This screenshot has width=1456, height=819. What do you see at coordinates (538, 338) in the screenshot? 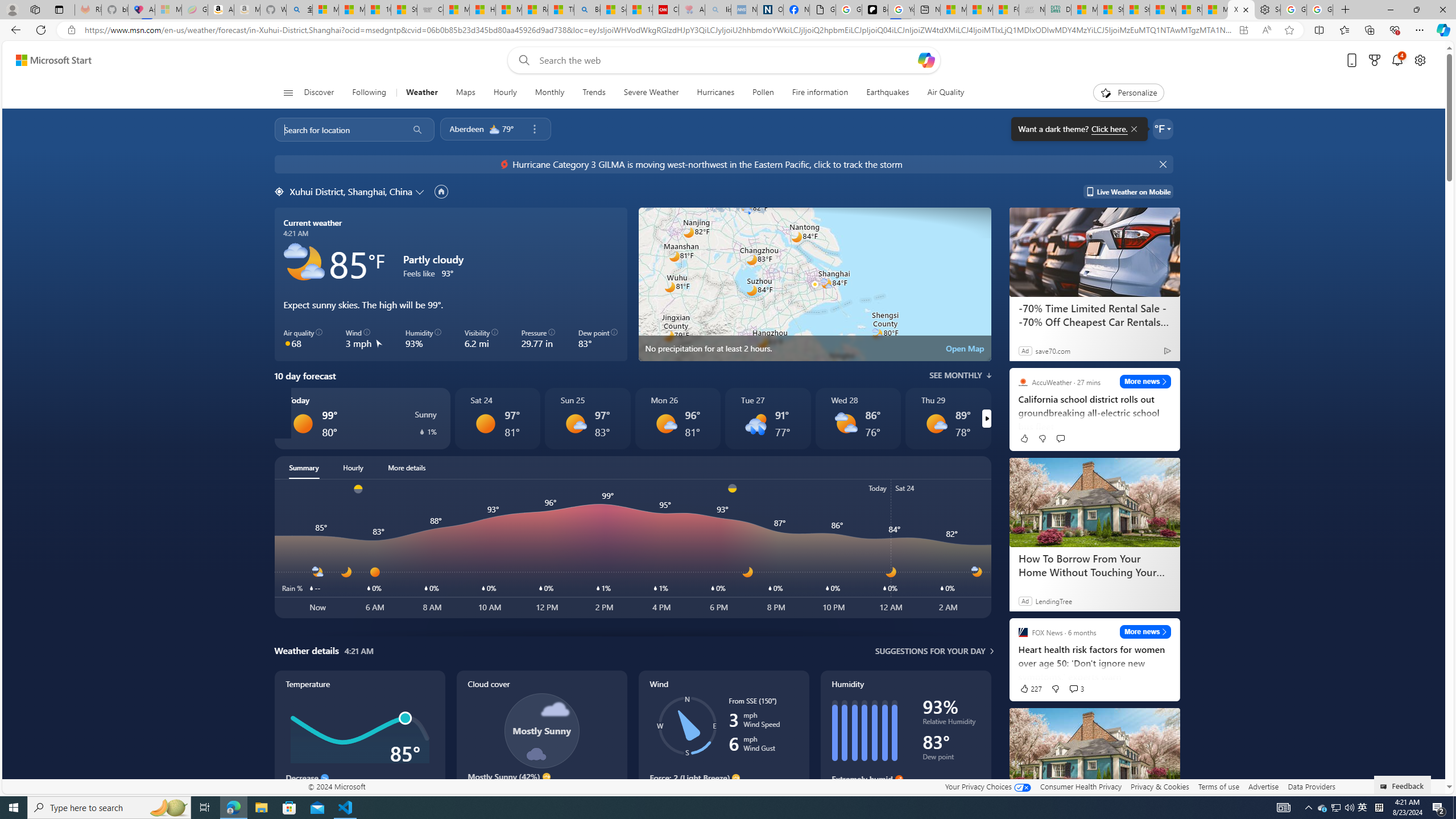
I see `'Pressure 29.77 in'` at bounding box center [538, 338].